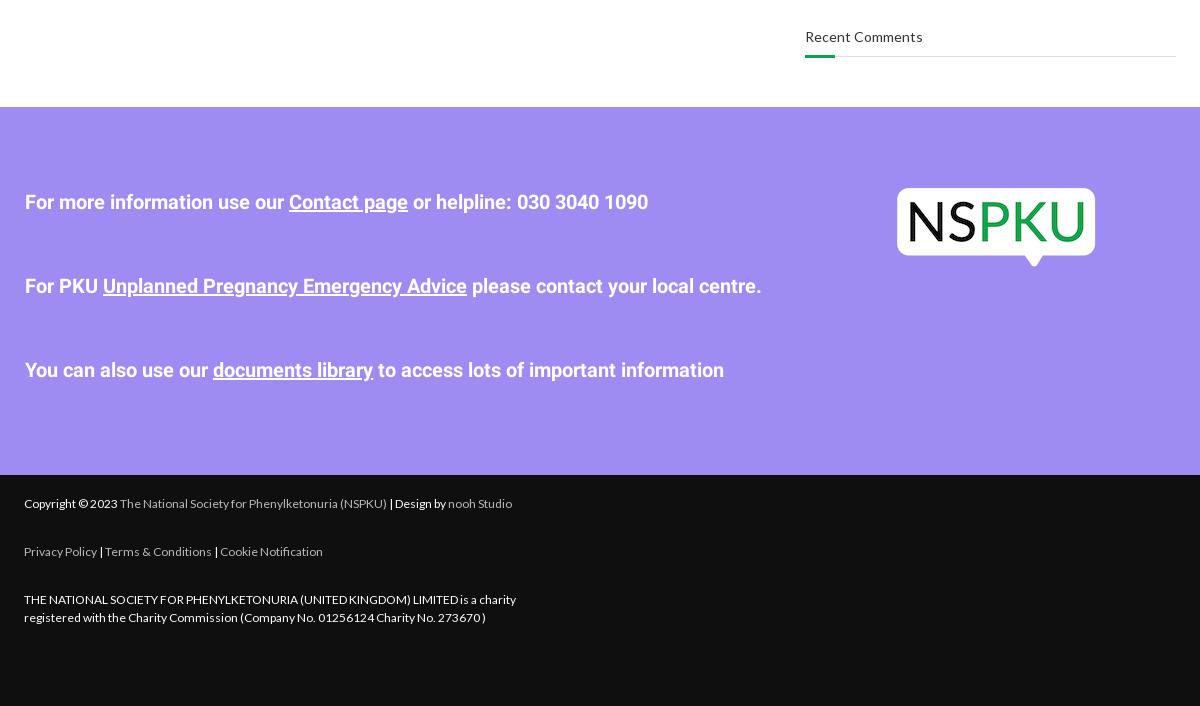 The width and height of the screenshot is (1200, 706). Describe the element at coordinates (24, 597) in the screenshot. I see `'THE NATIONAL SOCIETY FOR PHENYLKETONURIA (UNITED KINGDOM) LIMITED is a charity'` at that location.